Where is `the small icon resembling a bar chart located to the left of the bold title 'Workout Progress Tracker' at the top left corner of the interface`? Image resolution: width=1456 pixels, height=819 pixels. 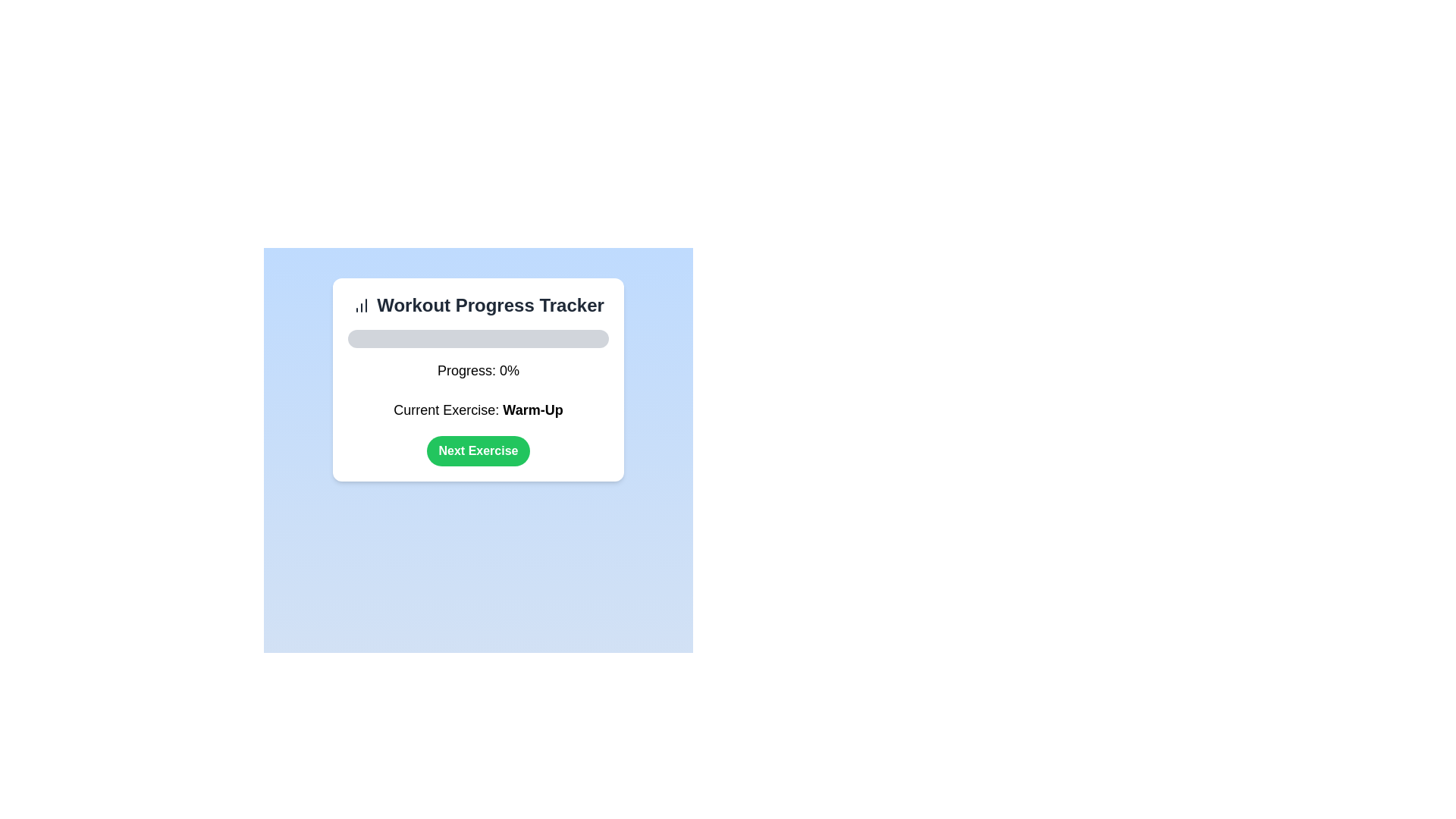
the small icon resembling a bar chart located to the left of the bold title 'Workout Progress Tracker' at the top left corner of the interface is located at coordinates (361, 305).